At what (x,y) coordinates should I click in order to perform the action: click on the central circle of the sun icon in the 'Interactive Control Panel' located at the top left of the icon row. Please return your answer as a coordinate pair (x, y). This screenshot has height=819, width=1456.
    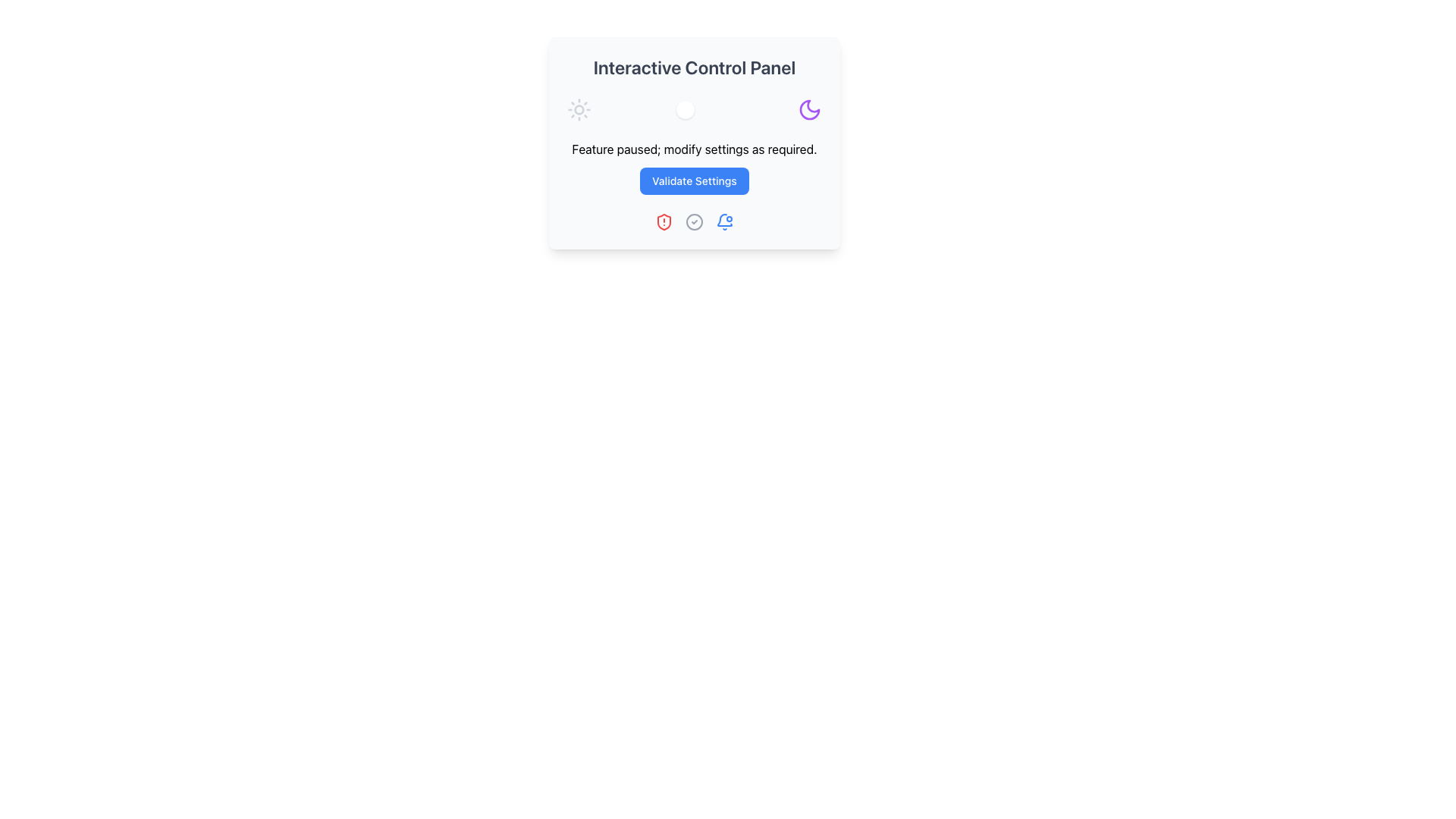
    Looking at the image, I should click on (578, 109).